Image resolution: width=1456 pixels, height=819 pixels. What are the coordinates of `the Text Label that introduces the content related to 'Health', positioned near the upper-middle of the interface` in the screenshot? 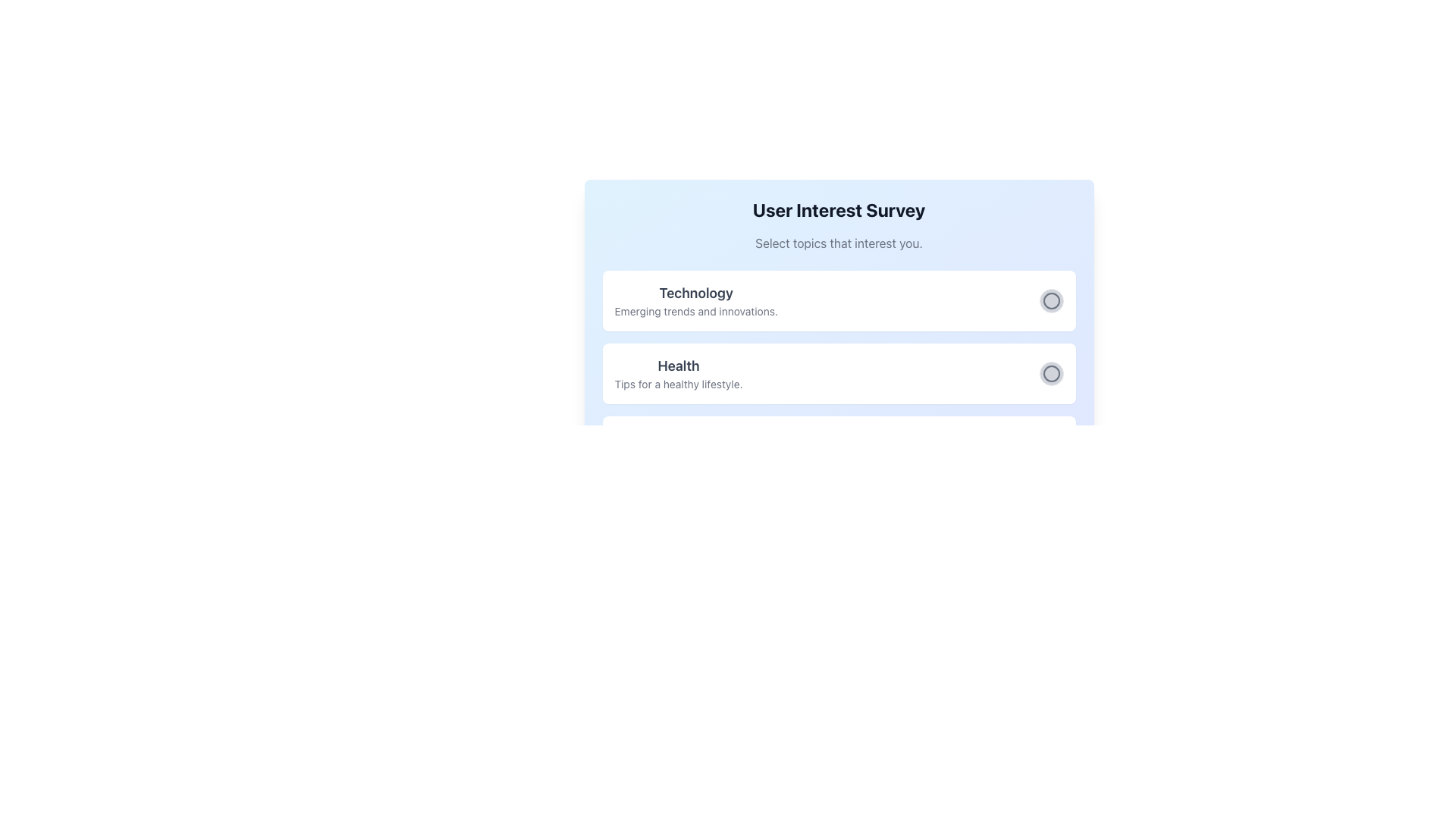 It's located at (678, 366).